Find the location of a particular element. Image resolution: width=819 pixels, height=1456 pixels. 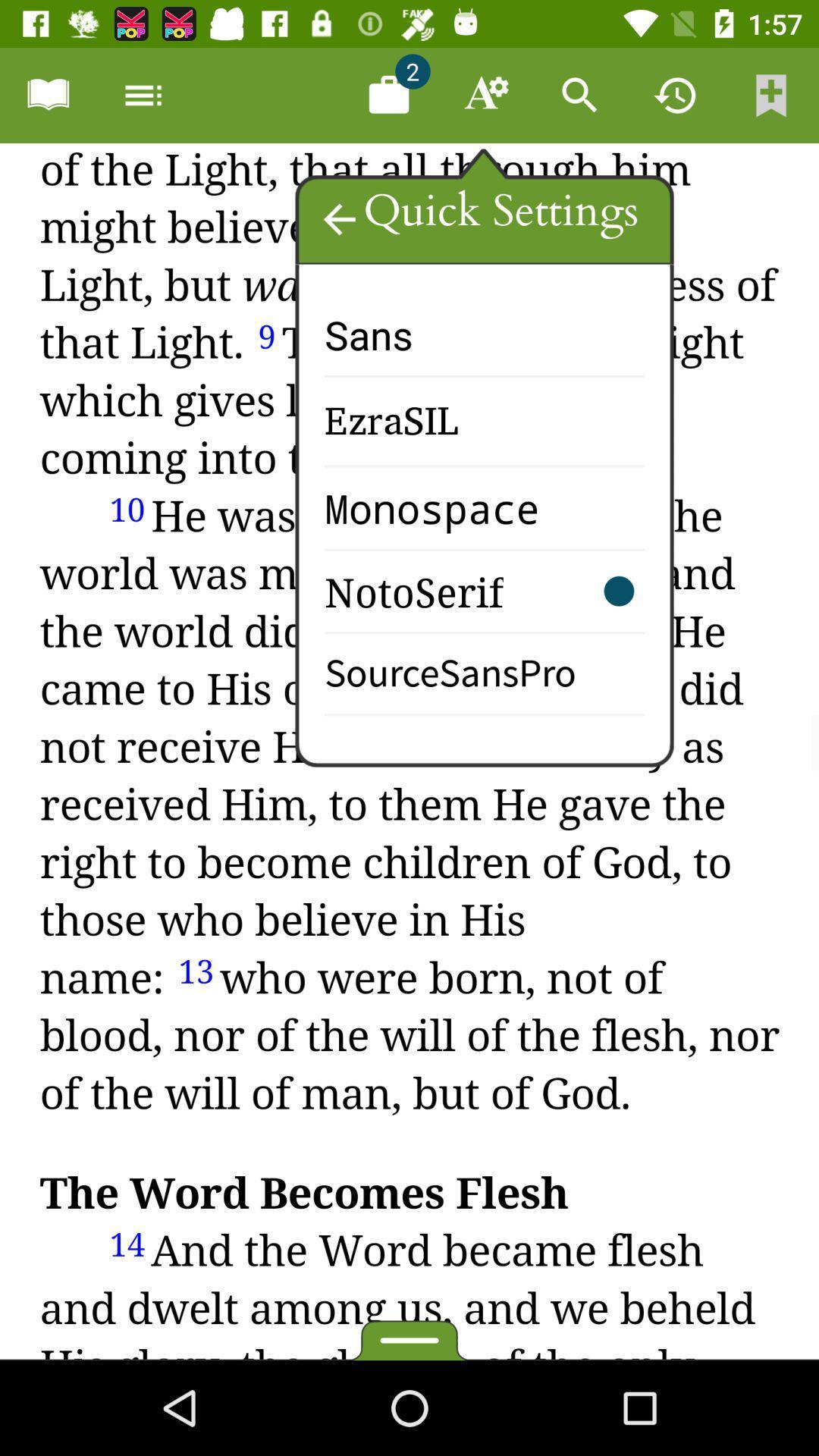

sans which is below quick settings on the page is located at coordinates (406, 348).